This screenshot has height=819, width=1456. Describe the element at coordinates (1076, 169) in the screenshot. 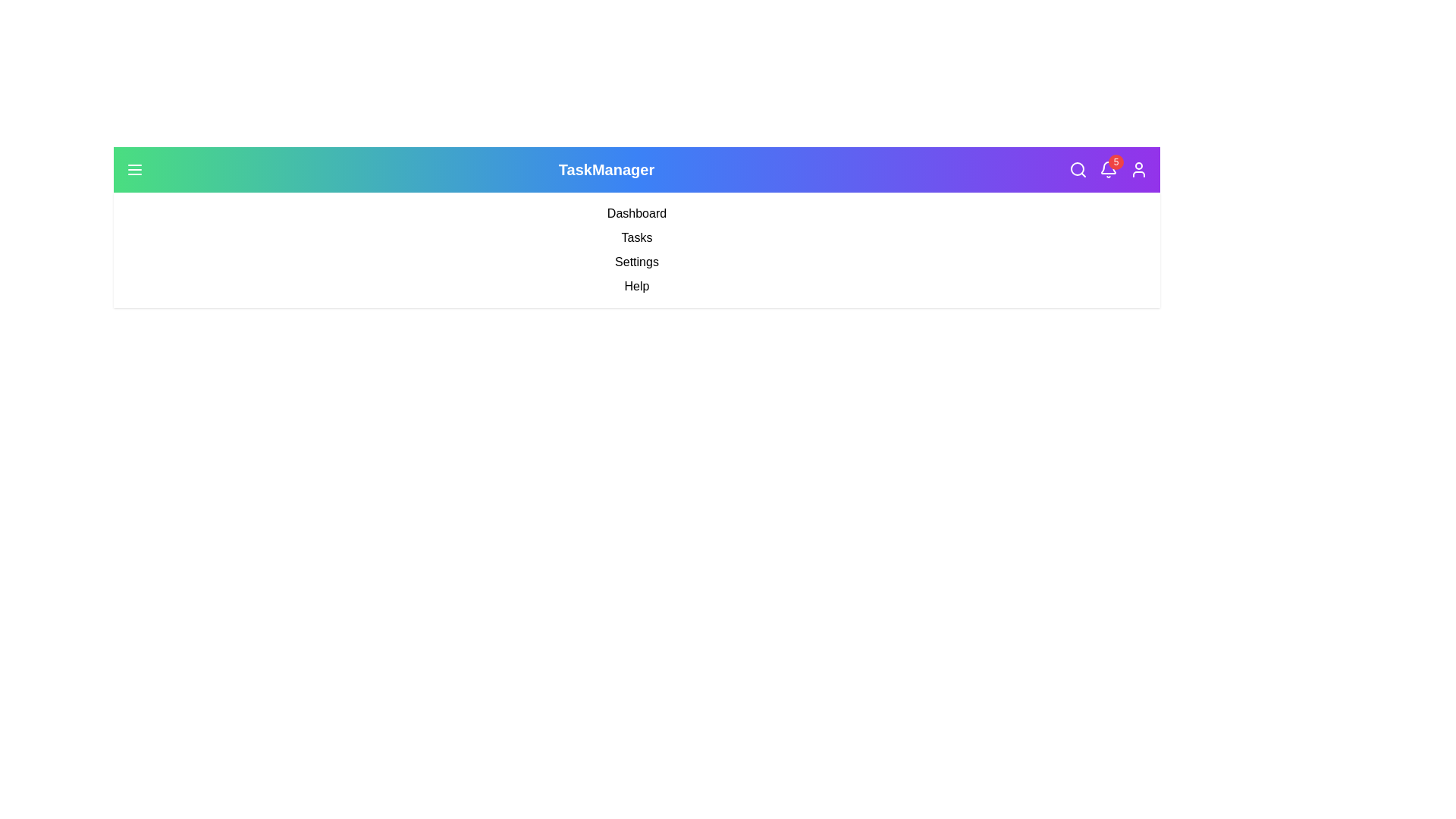

I see `the circular part of the magnifying glass icon located in the top-right corner of the interface` at that location.